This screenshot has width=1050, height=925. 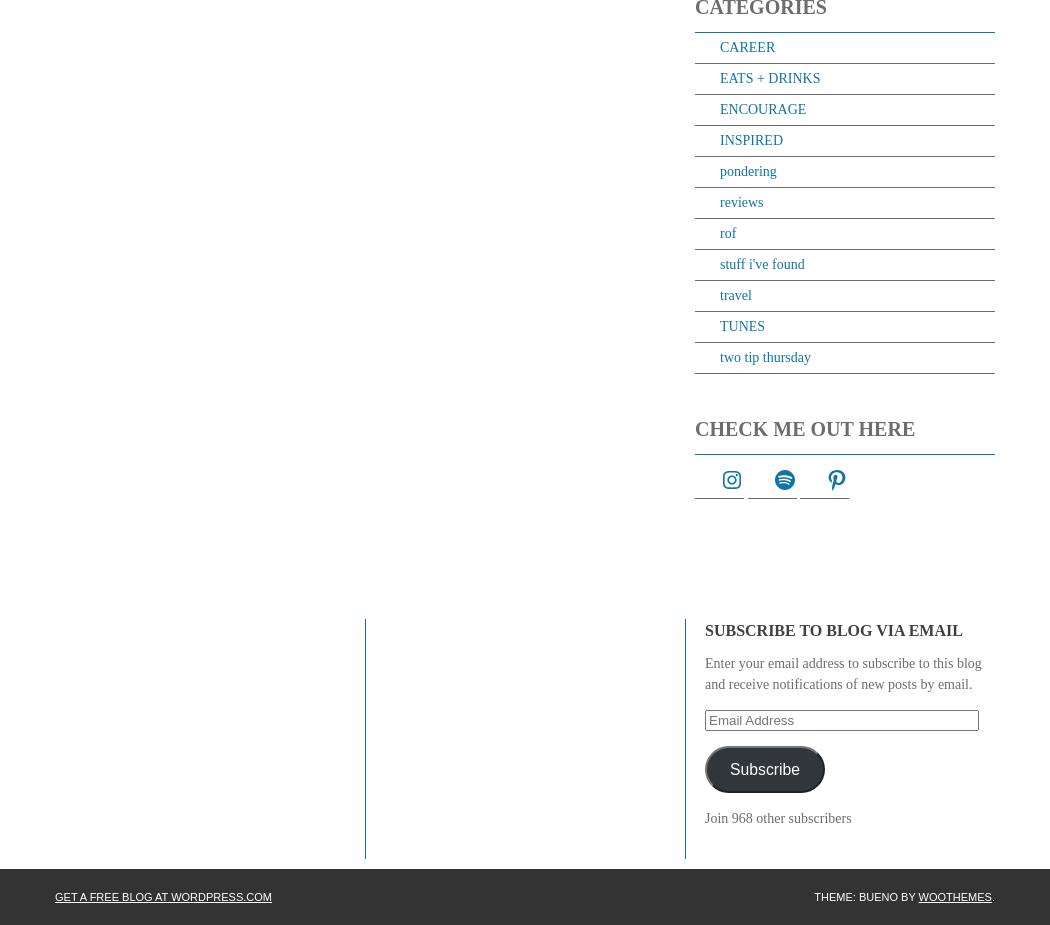 I want to click on 'stuff i've found', so click(x=761, y=263).